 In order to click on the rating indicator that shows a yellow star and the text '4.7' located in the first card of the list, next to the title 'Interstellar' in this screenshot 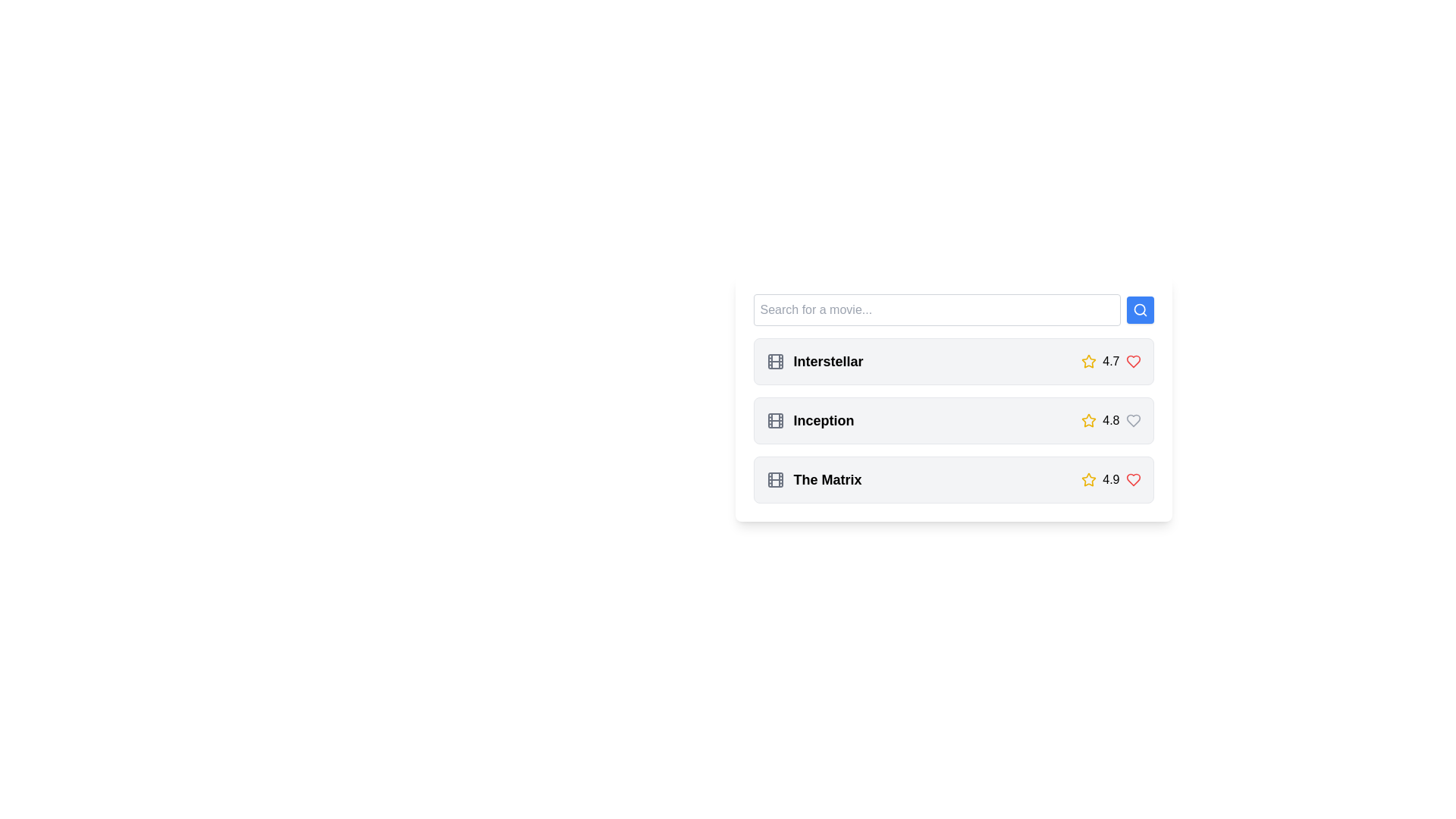, I will do `click(1111, 362)`.